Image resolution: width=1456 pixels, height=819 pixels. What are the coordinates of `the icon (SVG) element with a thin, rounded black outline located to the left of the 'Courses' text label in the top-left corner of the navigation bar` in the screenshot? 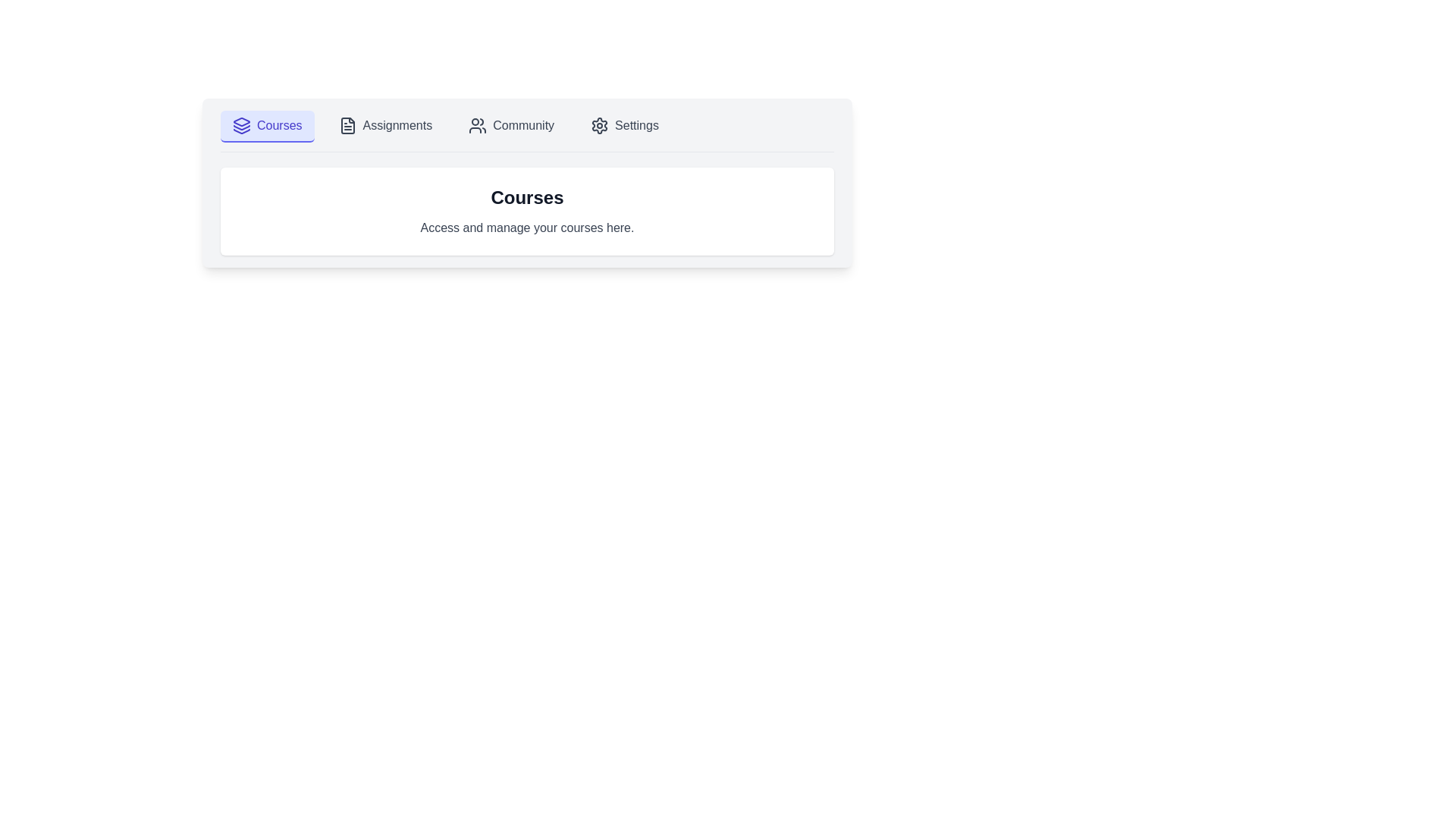 It's located at (240, 124).